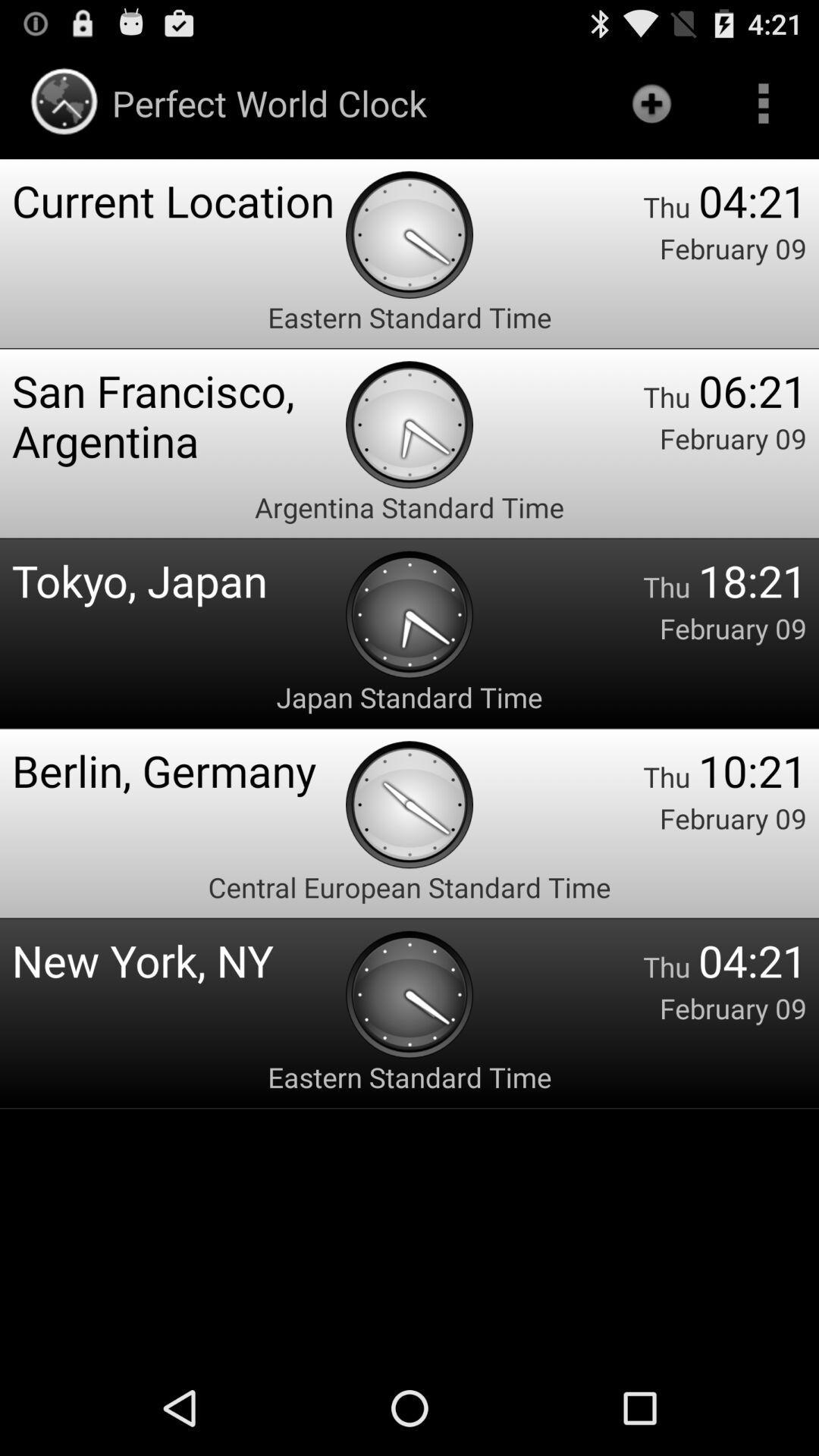 The image size is (819, 1456). Describe the element at coordinates (177, 959) in the screenshot. I see `app below the central european standard item` at that location.